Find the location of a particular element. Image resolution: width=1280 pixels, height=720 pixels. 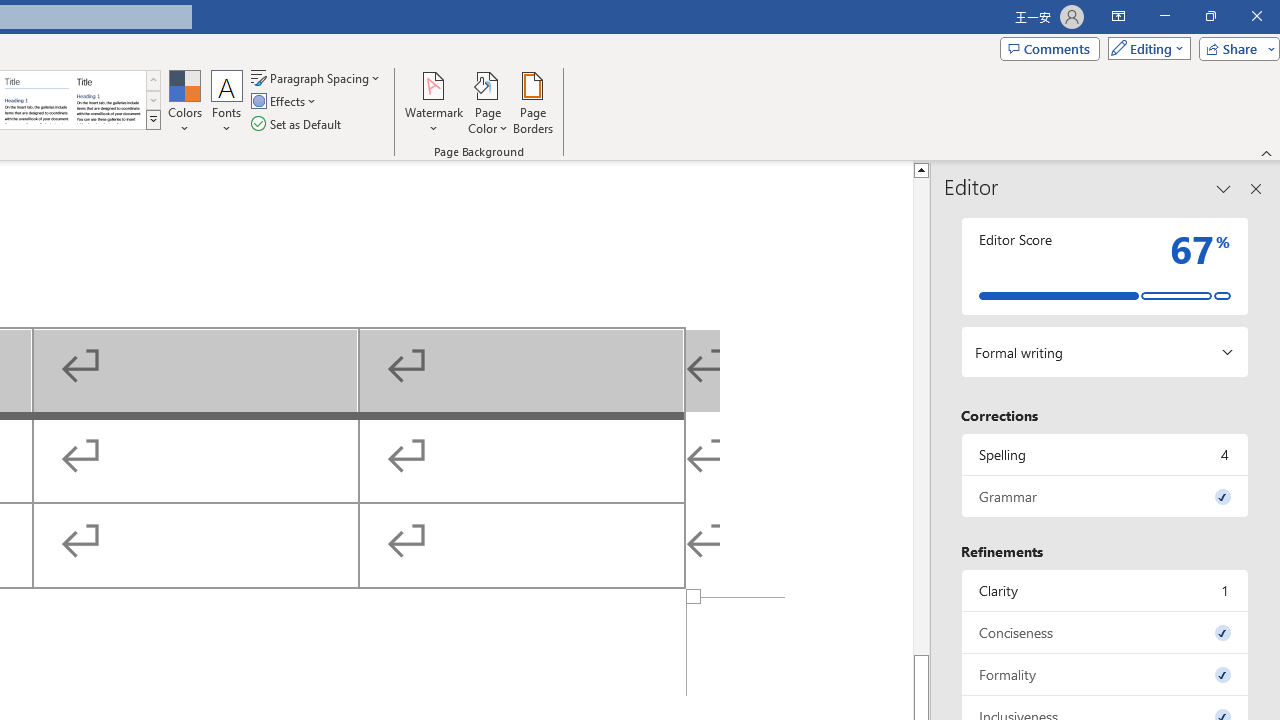

'Fonts' is located at coordinates (227, 103).